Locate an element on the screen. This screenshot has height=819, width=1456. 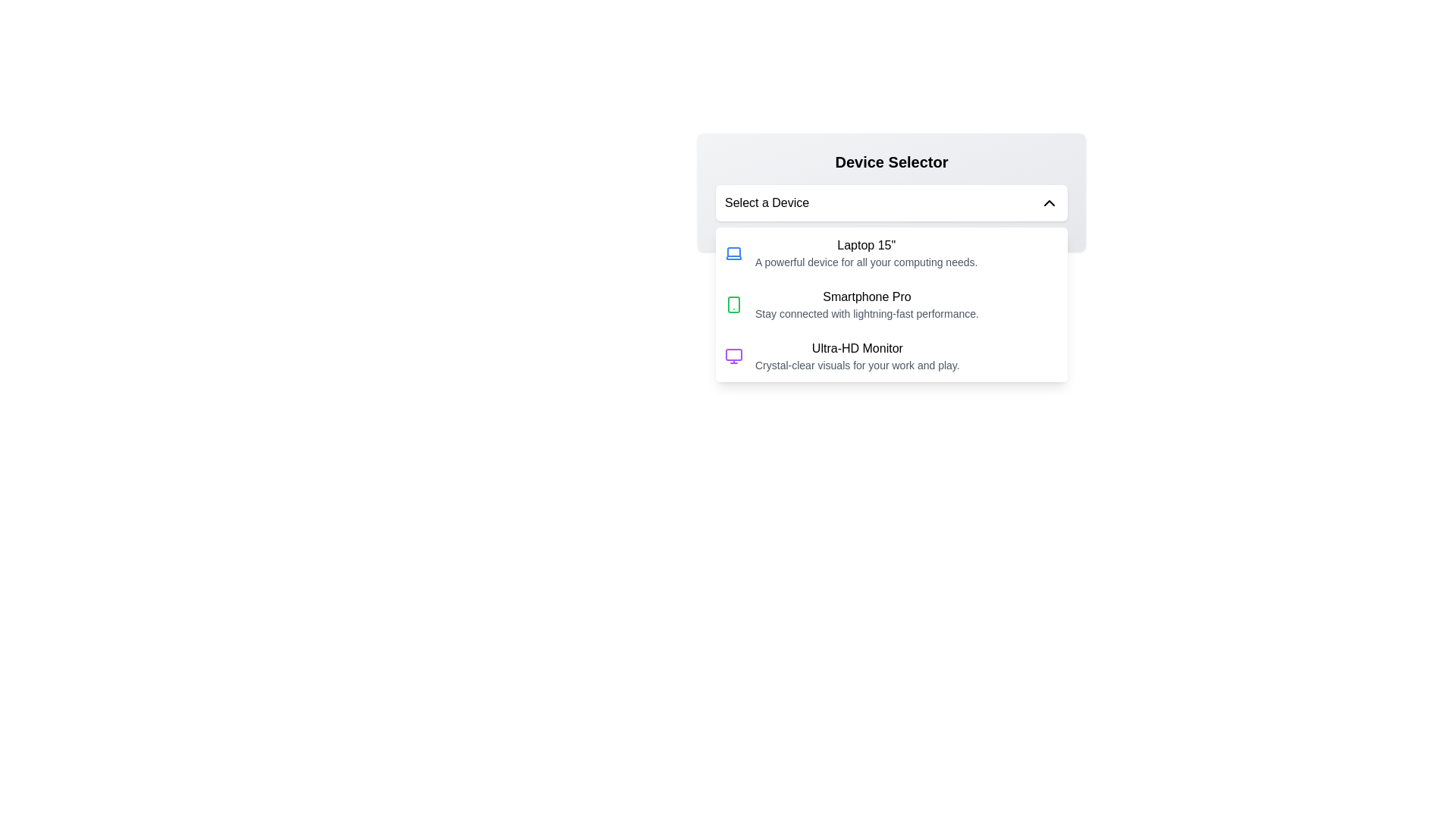
purple monitor icon located in the leftmost section of the Ultra-HD Monitor option in the device selection dropdown is located at coordinates (734, 356).